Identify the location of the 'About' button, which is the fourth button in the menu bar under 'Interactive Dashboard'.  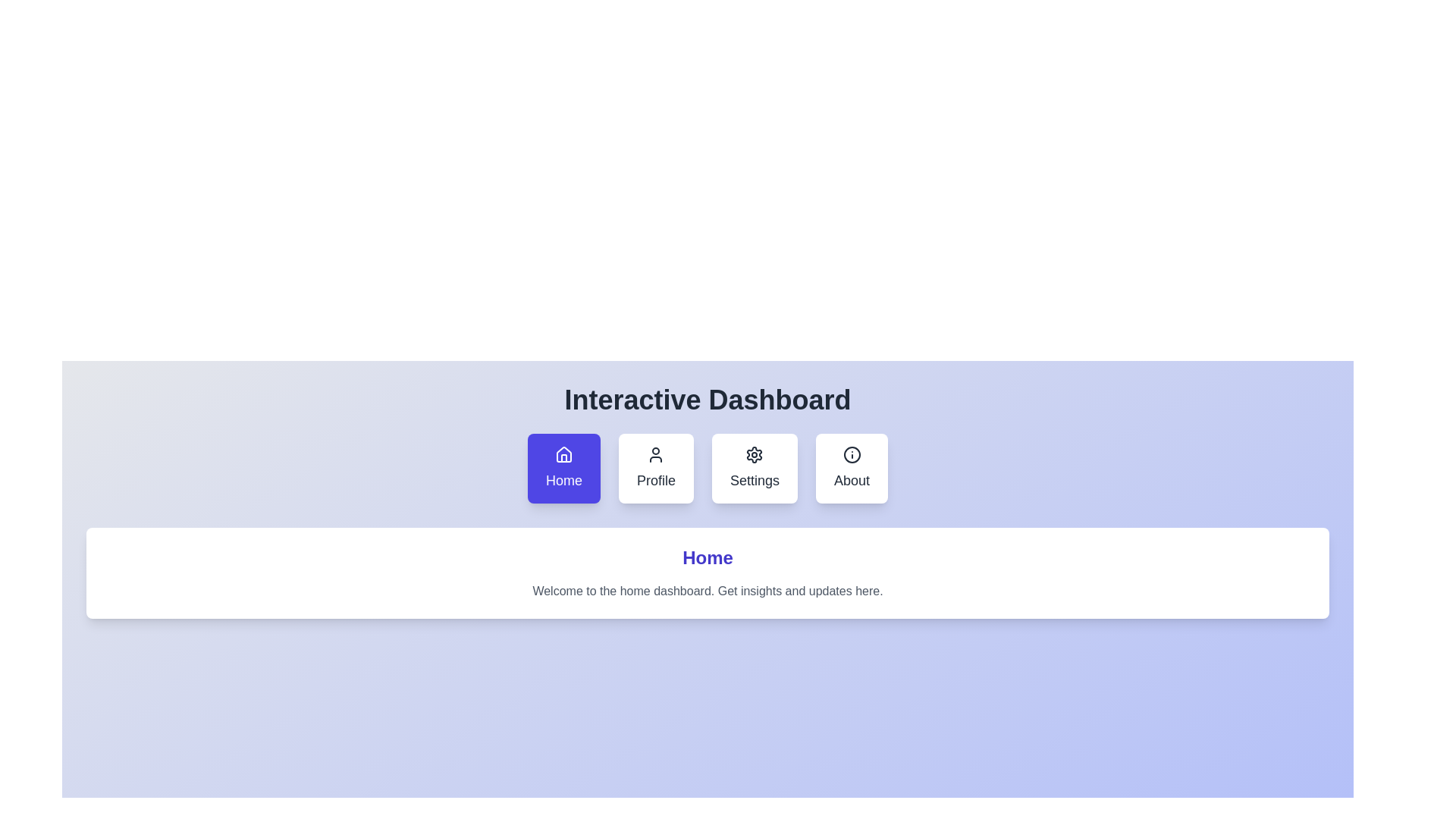
(852, 467).